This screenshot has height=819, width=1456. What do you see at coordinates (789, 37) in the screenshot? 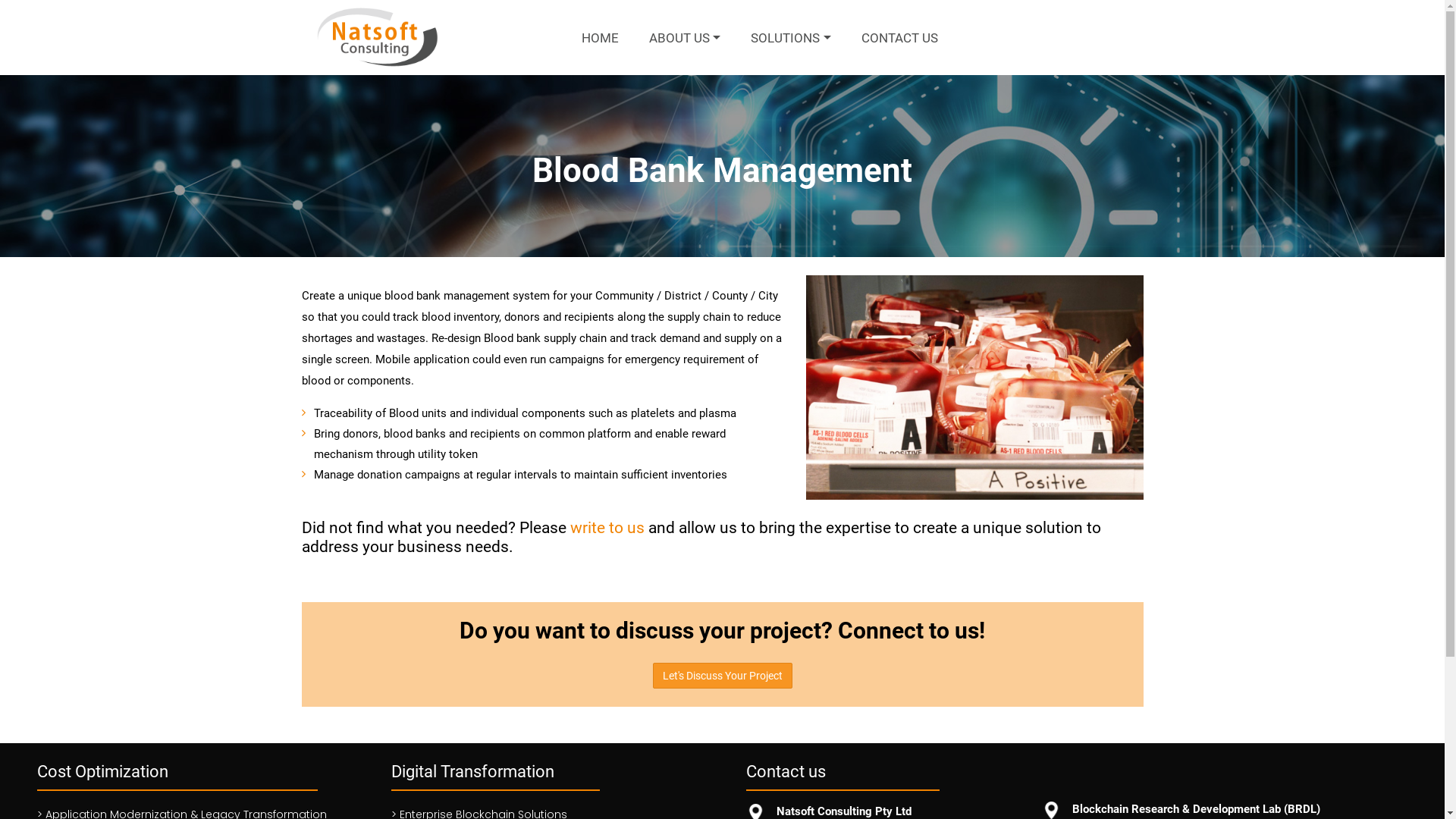
I see `'SOLUTIONS'` at bounding box center [789, 37].